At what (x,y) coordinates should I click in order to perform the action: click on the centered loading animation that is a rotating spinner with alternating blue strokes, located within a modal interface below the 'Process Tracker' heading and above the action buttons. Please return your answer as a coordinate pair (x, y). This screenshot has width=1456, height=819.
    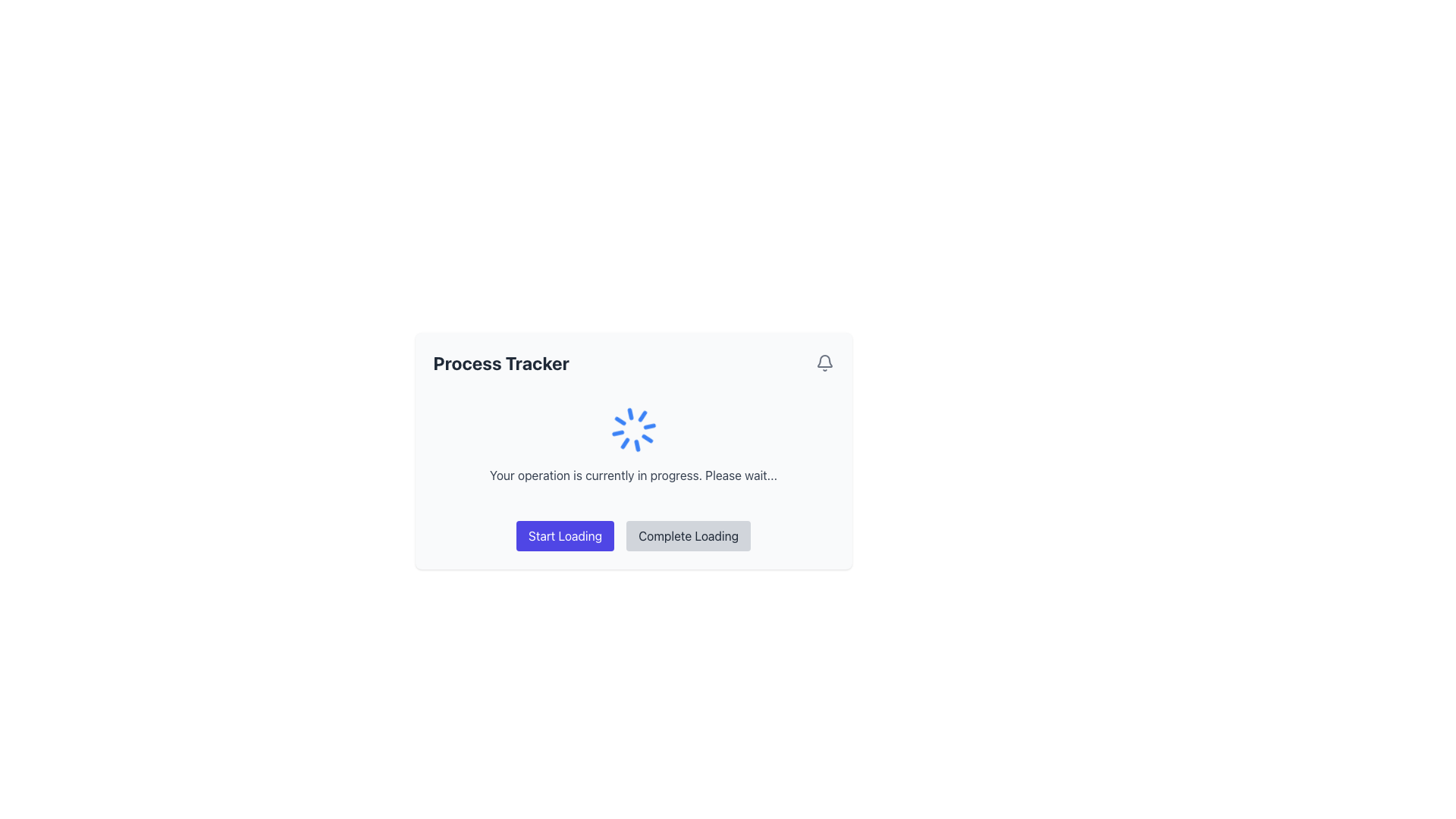
    Looking at the image, I should click on (633, 450).